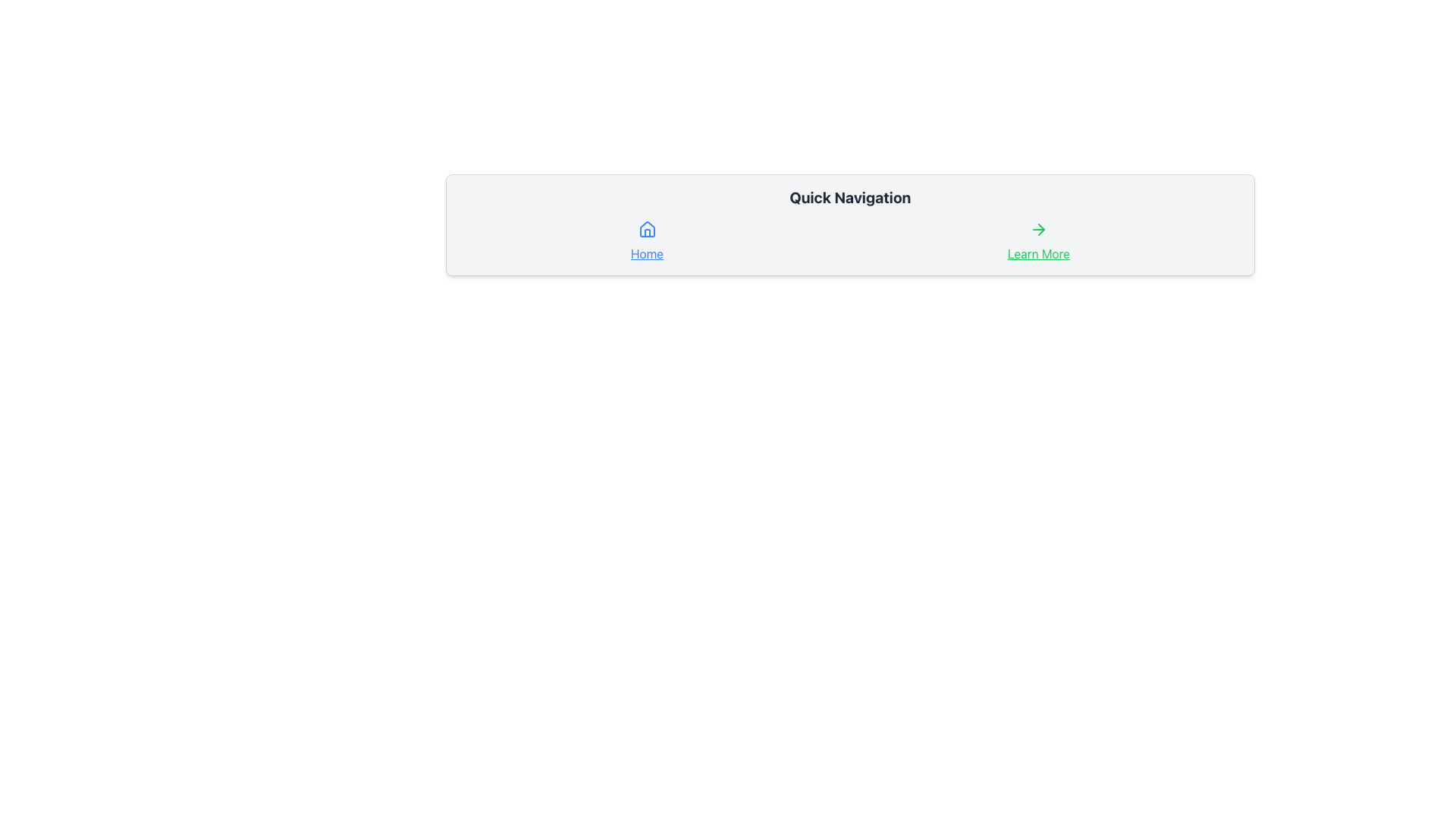 Image resolution: width=1456 pixels, height=819 pixels. I want to click on the green underlined hyperlink 'Learn More' located on the right side of the 'Quick Navigation' section, so click(1037, 253).